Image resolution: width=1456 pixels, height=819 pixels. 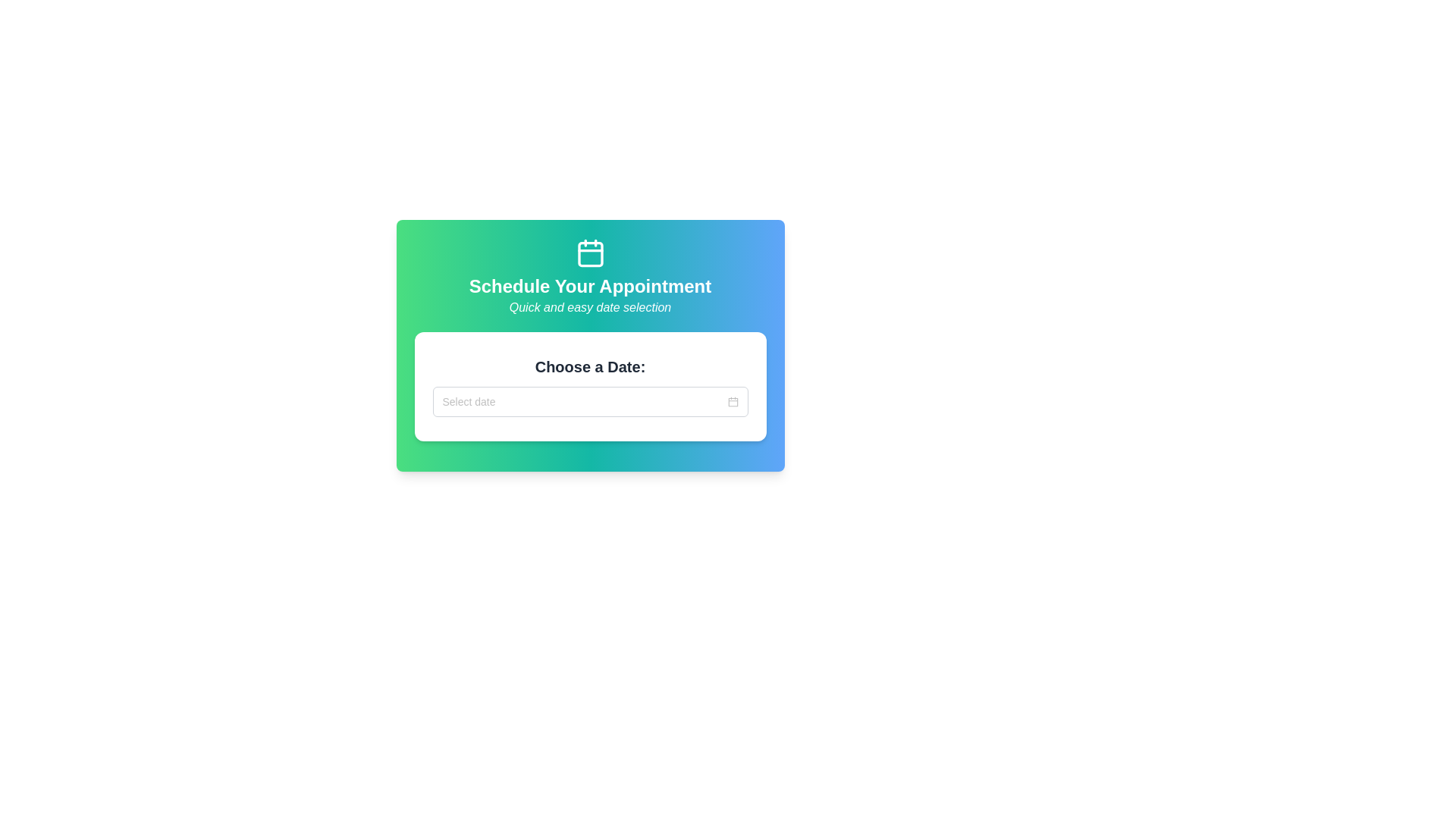 What do you see at coordinates (589, 253) in the screenshot?
I see `the central Decorative SVG element representing the body of the calendar icon located at the top center of the card layout` at bounding box center [589, 253].